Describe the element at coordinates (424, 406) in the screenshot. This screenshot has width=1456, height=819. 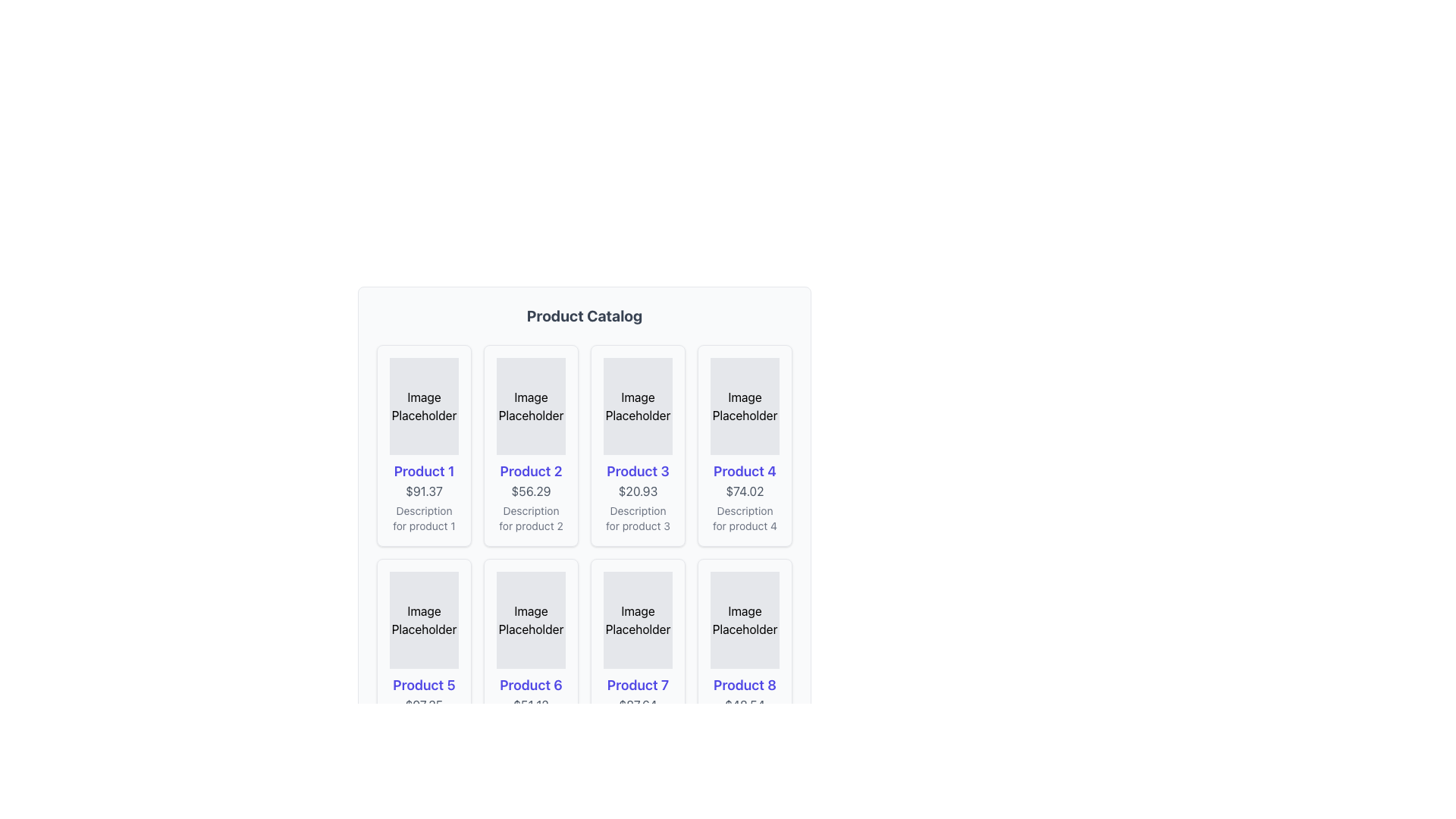
I see `the first image placeholder in the grid layout under 'Product Catalog', positioned above 'Product 1'` at that location.